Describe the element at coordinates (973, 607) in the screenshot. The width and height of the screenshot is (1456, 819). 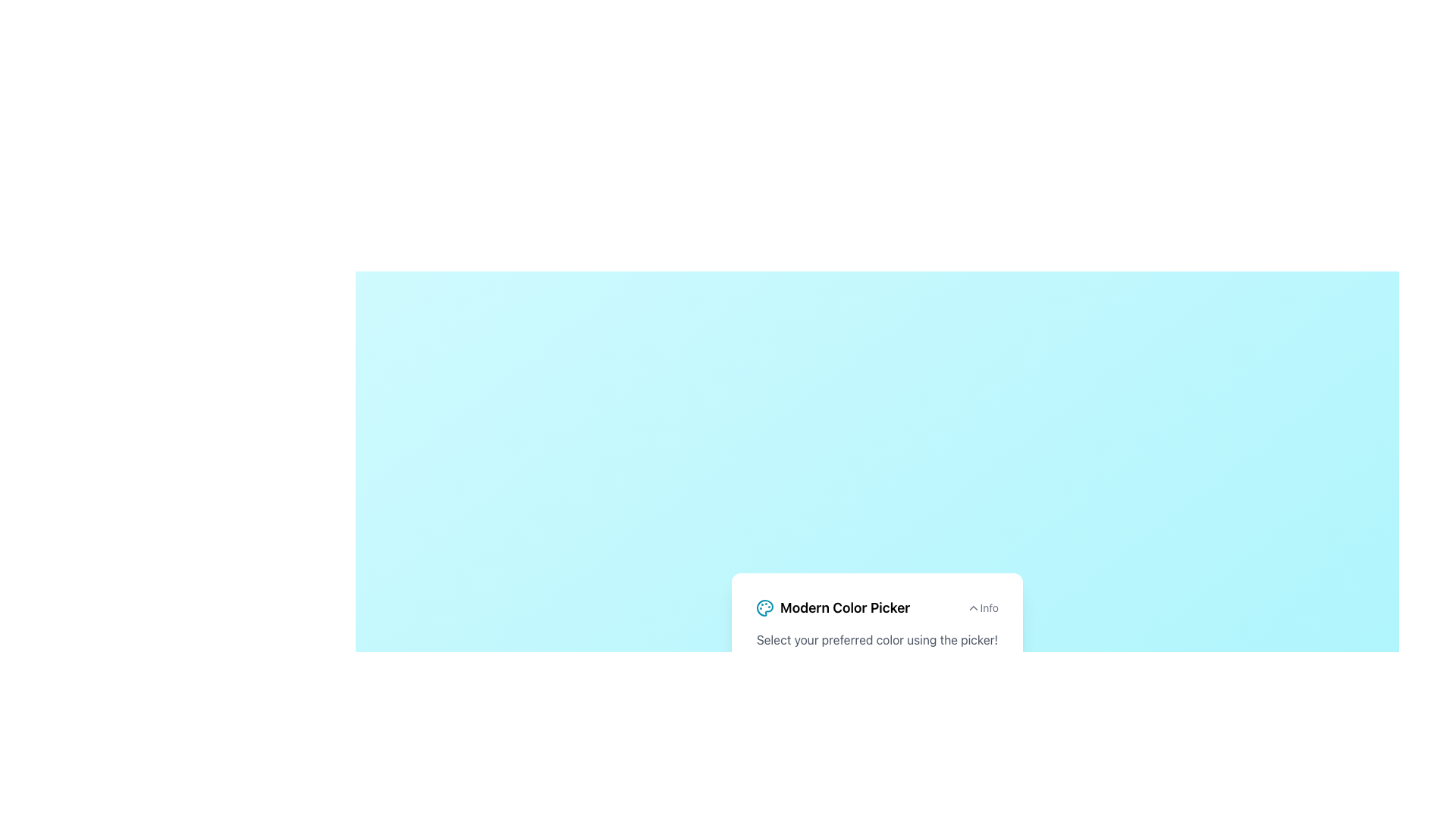
I see `the upward-pointing triangular icon adjacent to the text 'Info' within the 'Modern Color Picker' card` at that location.